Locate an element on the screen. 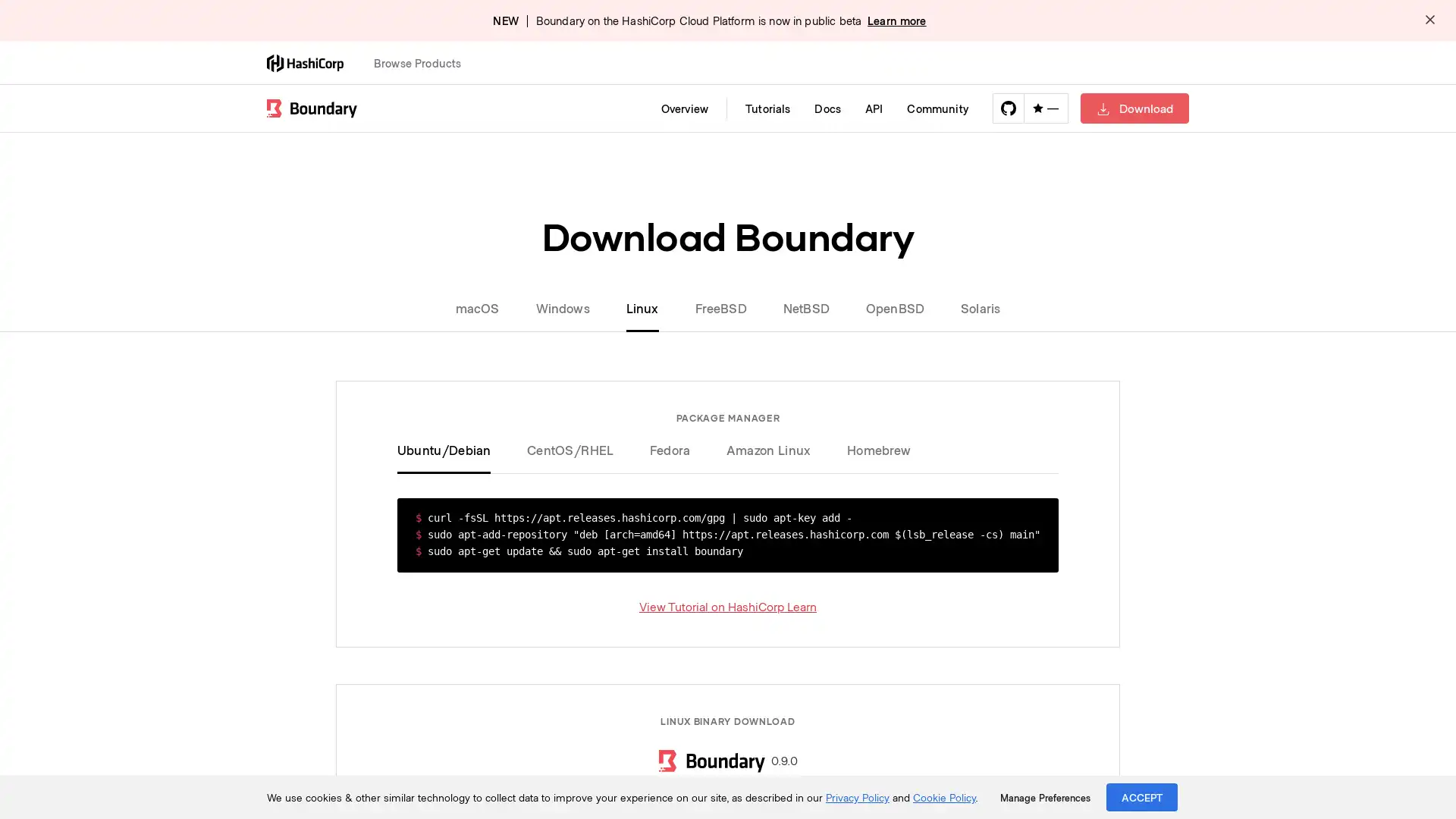  macOS is located at coordinates (486, 307).